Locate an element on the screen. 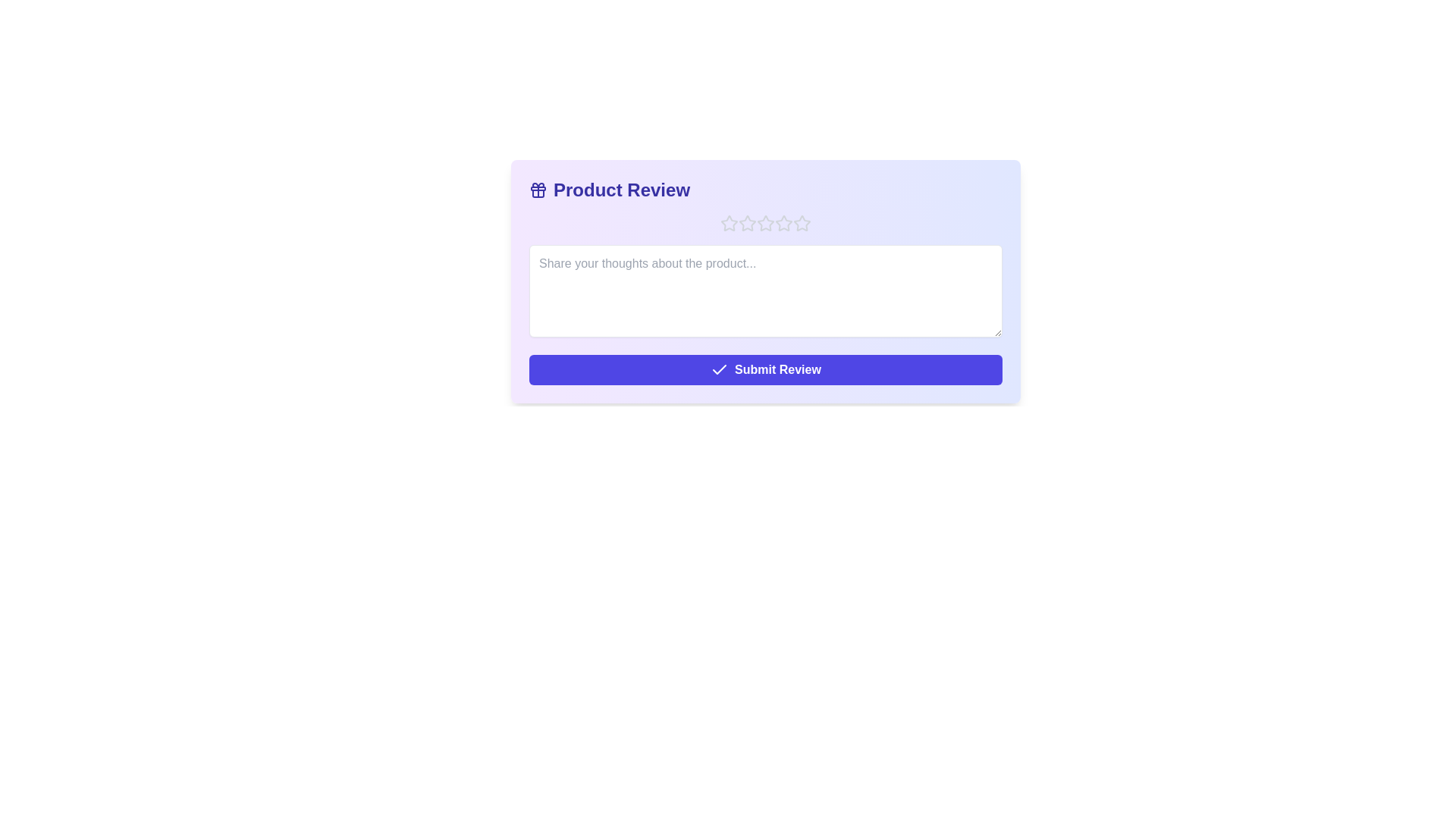 Image resolution: width=1456 pixels, height=819 pixels. the product rating to 3 stars by clicking the corresponding star is located at coordinates (765, 223).